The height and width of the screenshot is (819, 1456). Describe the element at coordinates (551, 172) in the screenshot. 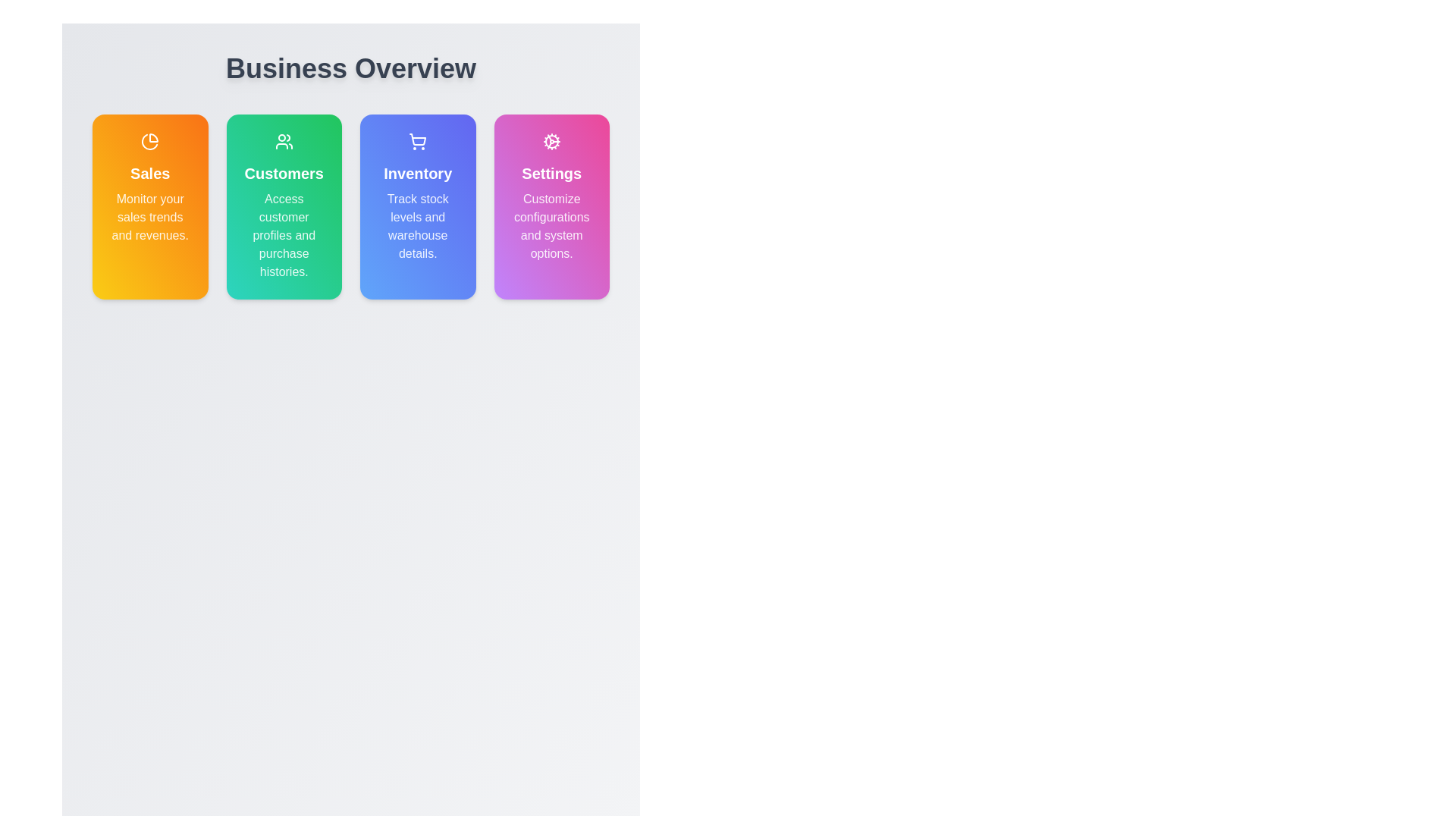

I see `title text located at the top-center of the pink card labeled 'Settings', which is the fourth card in a series with 'Sales', 'Customers', and 'Inventory' preceding it` at that location.